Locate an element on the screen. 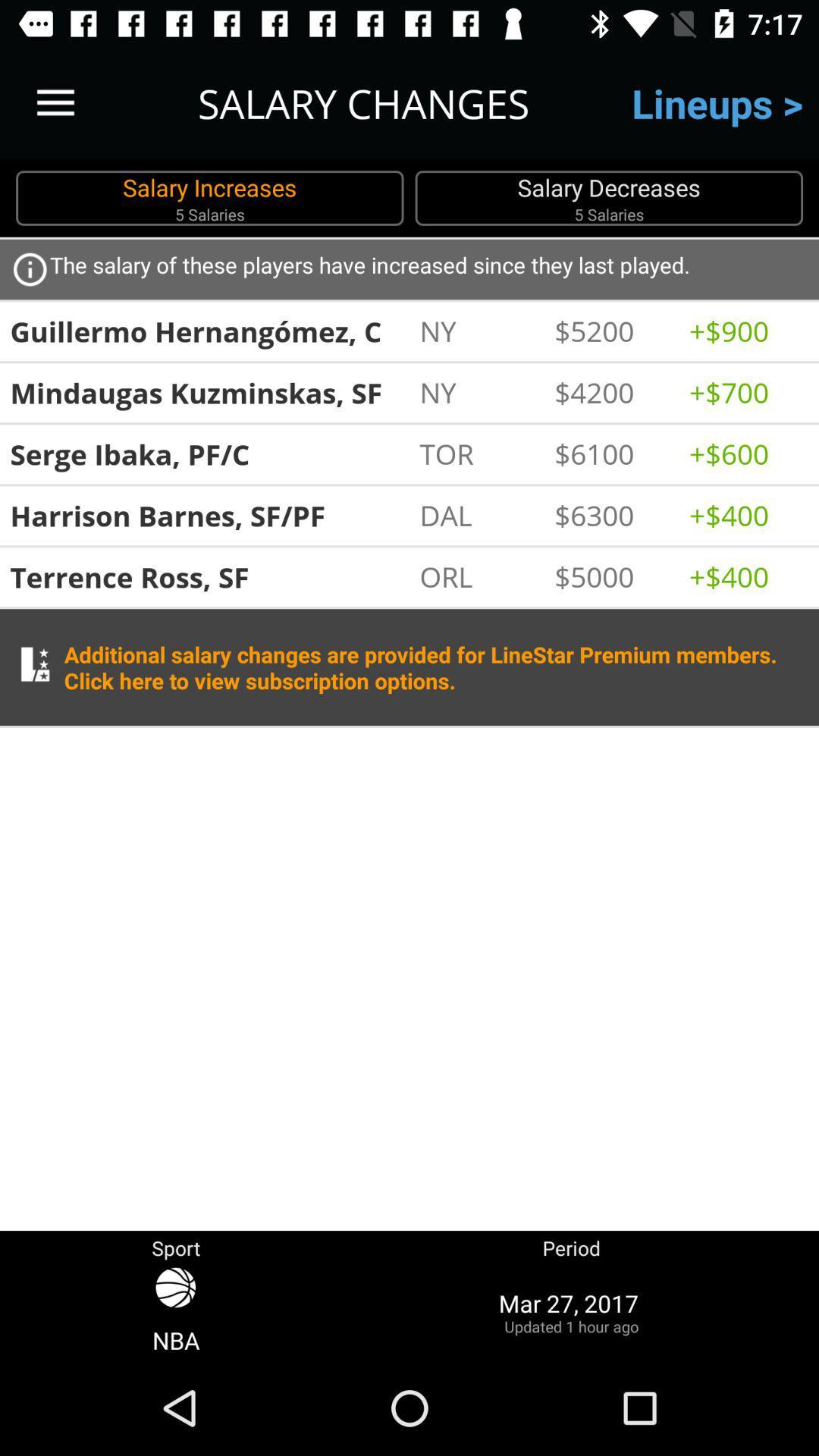 This screenshot has height=1456, width=819. the item above $6100 icon is located at coordinates (613, 392).